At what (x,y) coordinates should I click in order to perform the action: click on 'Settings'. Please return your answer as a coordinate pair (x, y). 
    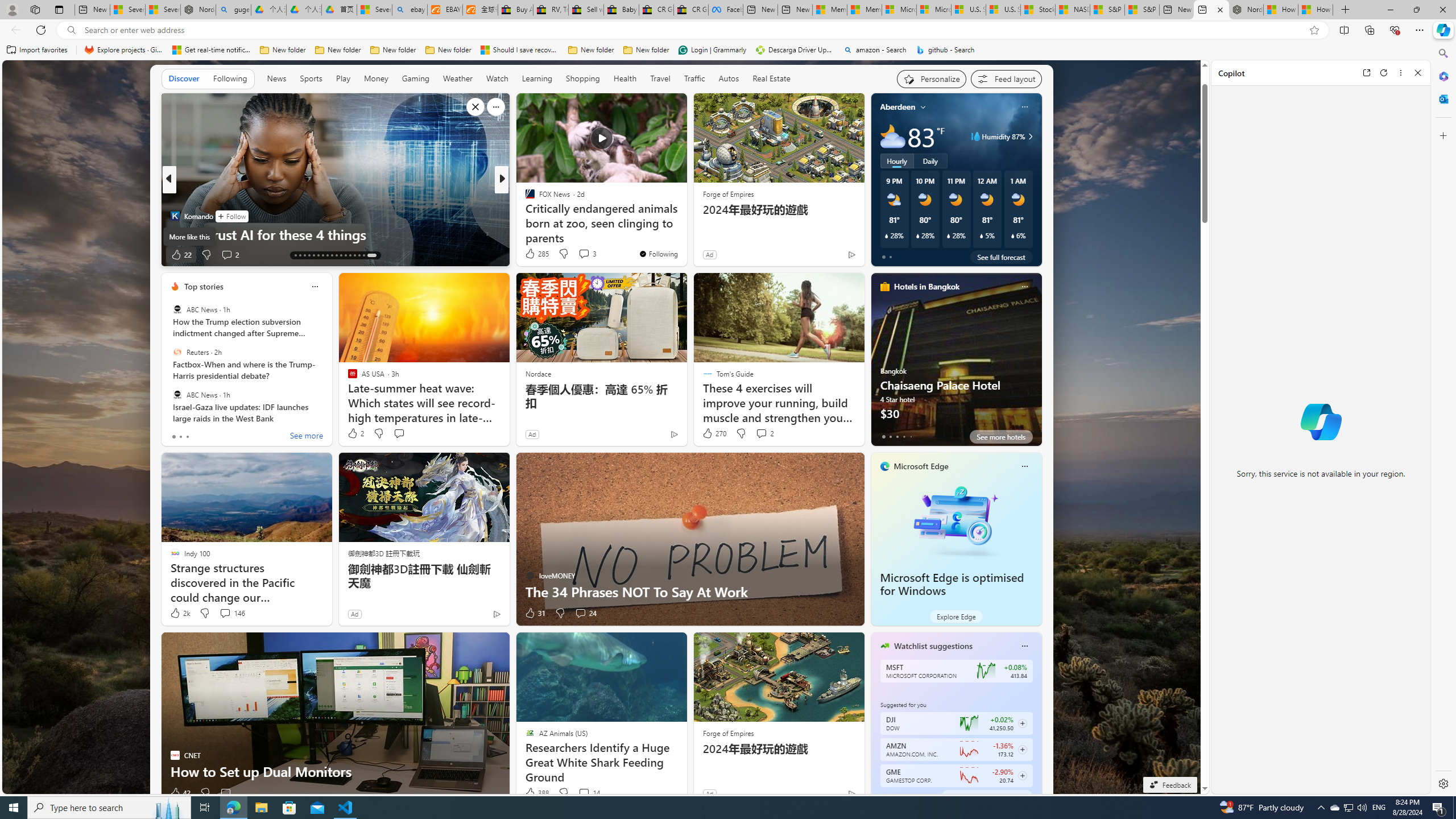
    Looking at the image, I should click on (1442, 783).